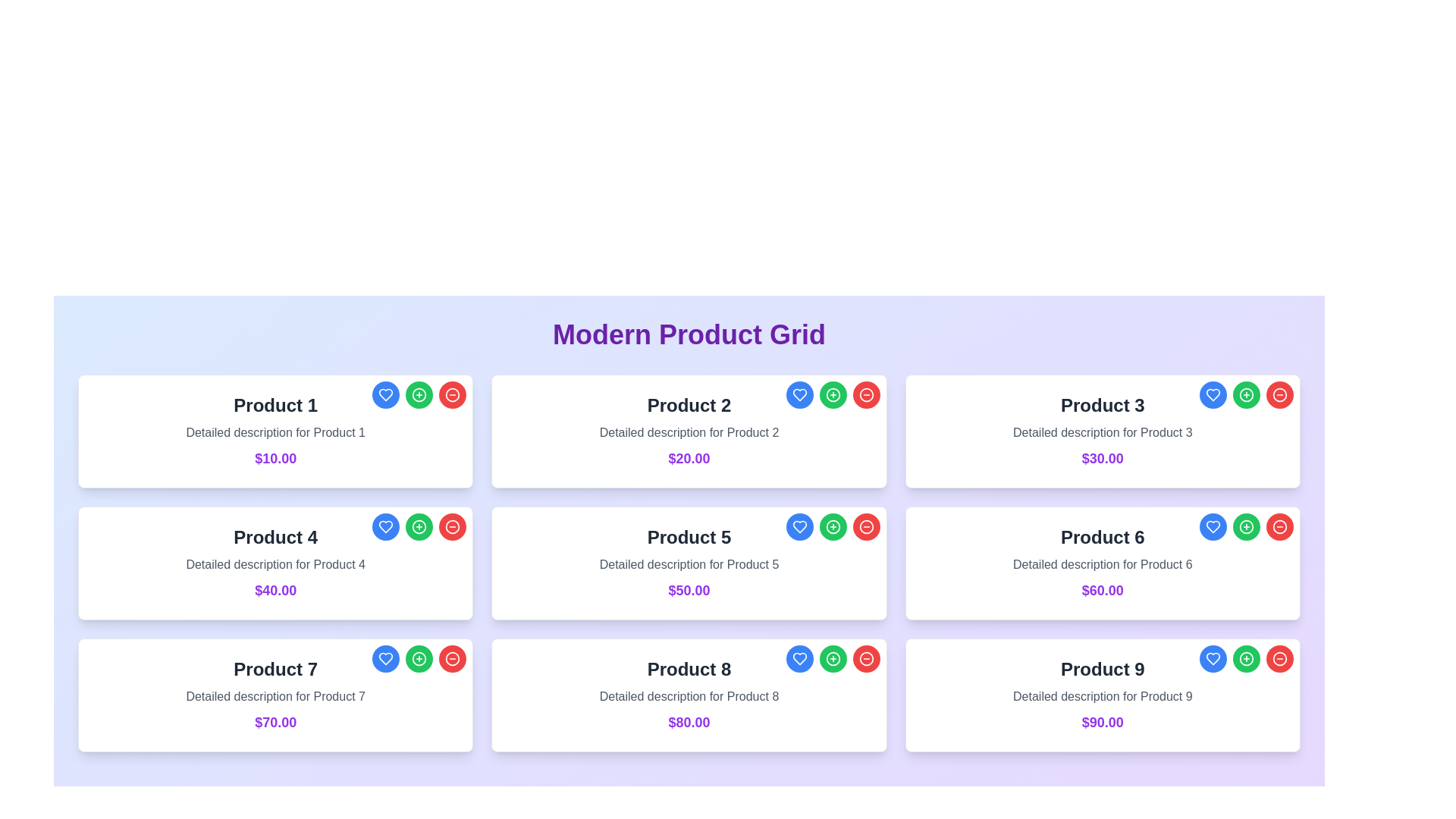  What do you see at coordinates (832, 526) in the screenshot?
I see `the middle button with a green color and plus icon located in the top-right corner above the 'Product 5' card` at bounding box center [832, 526].